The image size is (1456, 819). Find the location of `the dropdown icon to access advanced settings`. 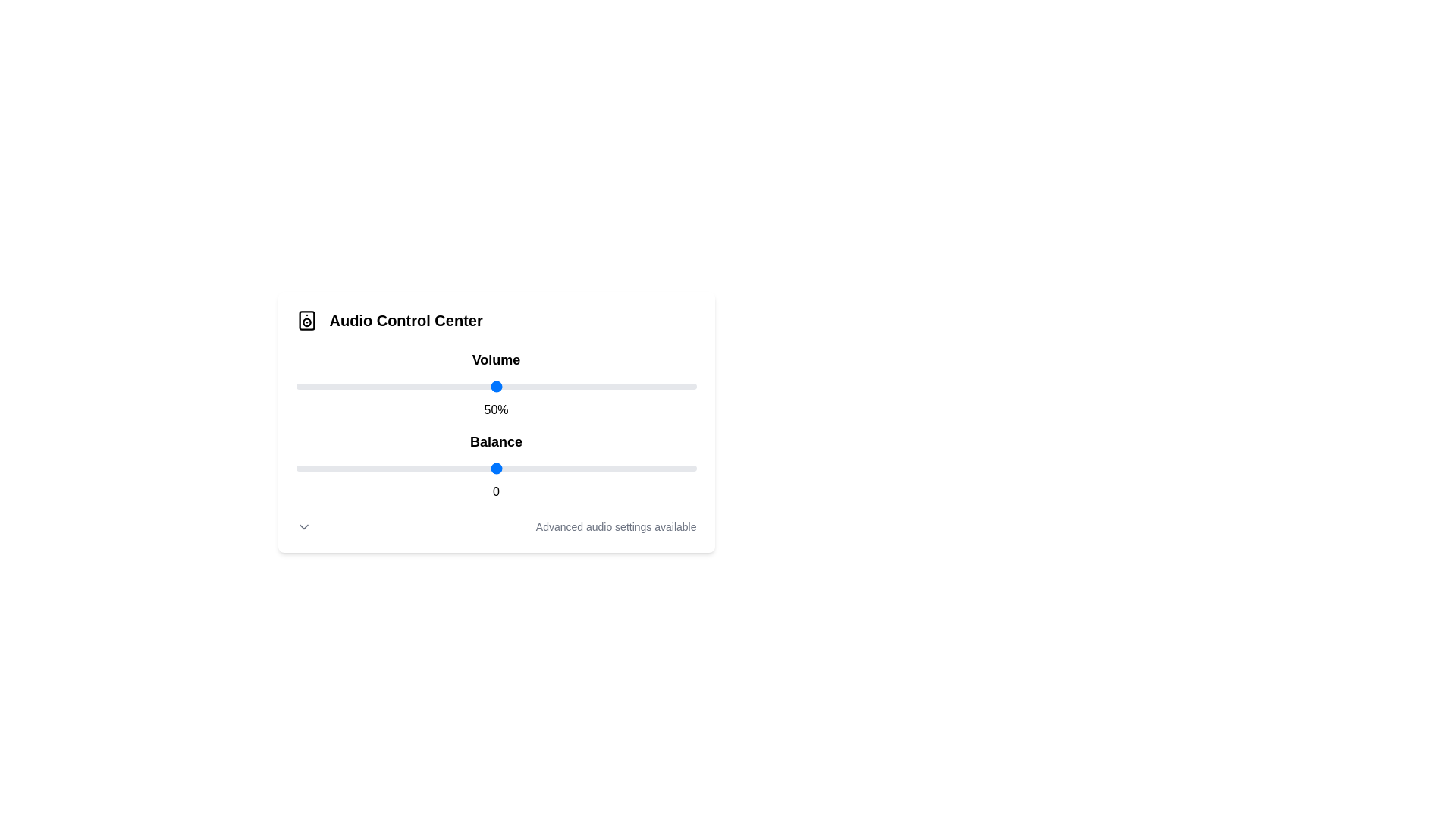

the dropdown icon to access advanced settings is located at coordinates (303, 526).